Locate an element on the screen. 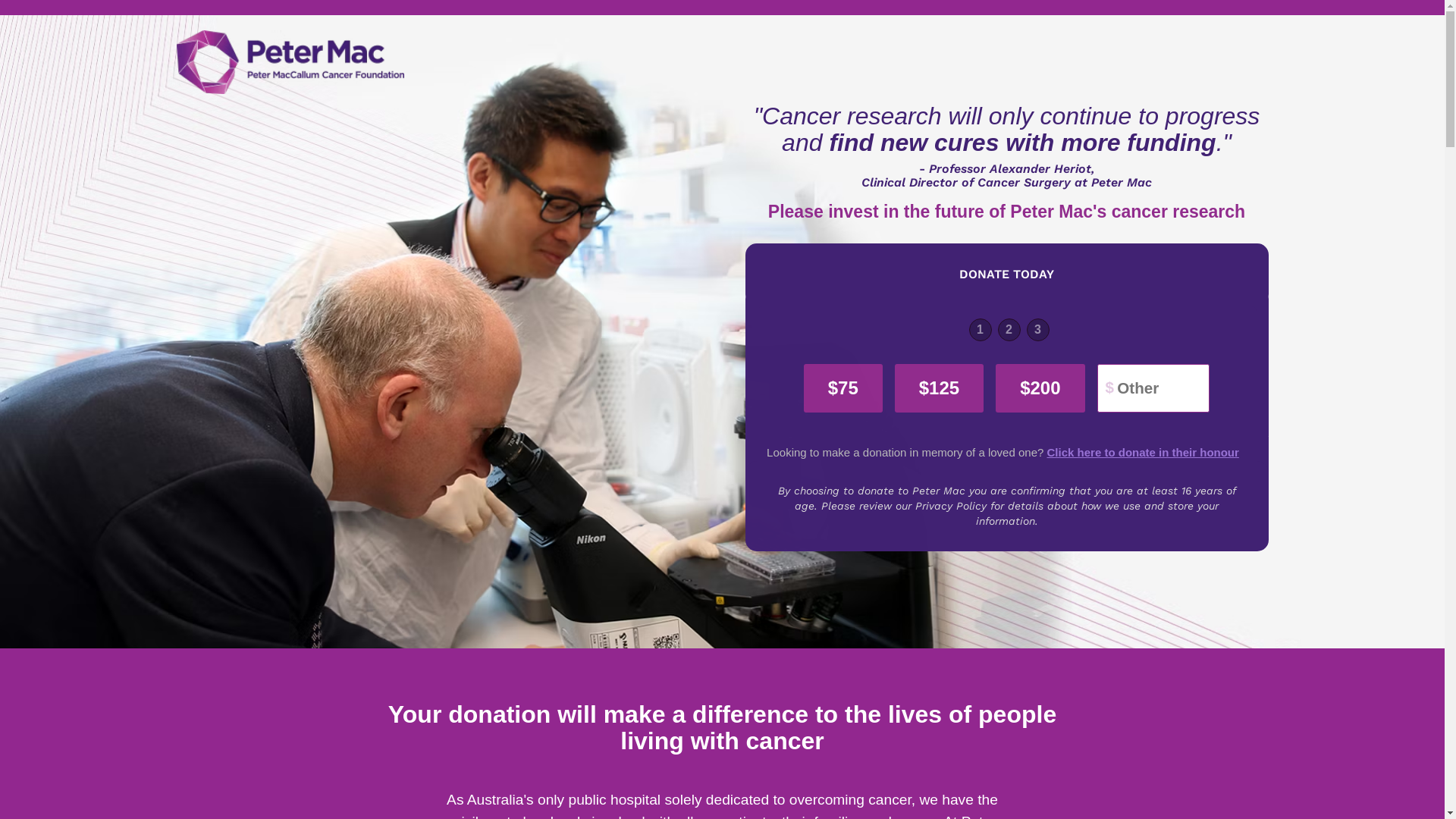 Image resolution: width=1456 pixels, height=819 pixels. 'Click here to donate in their honour' is located at coordinates (1143, 451).